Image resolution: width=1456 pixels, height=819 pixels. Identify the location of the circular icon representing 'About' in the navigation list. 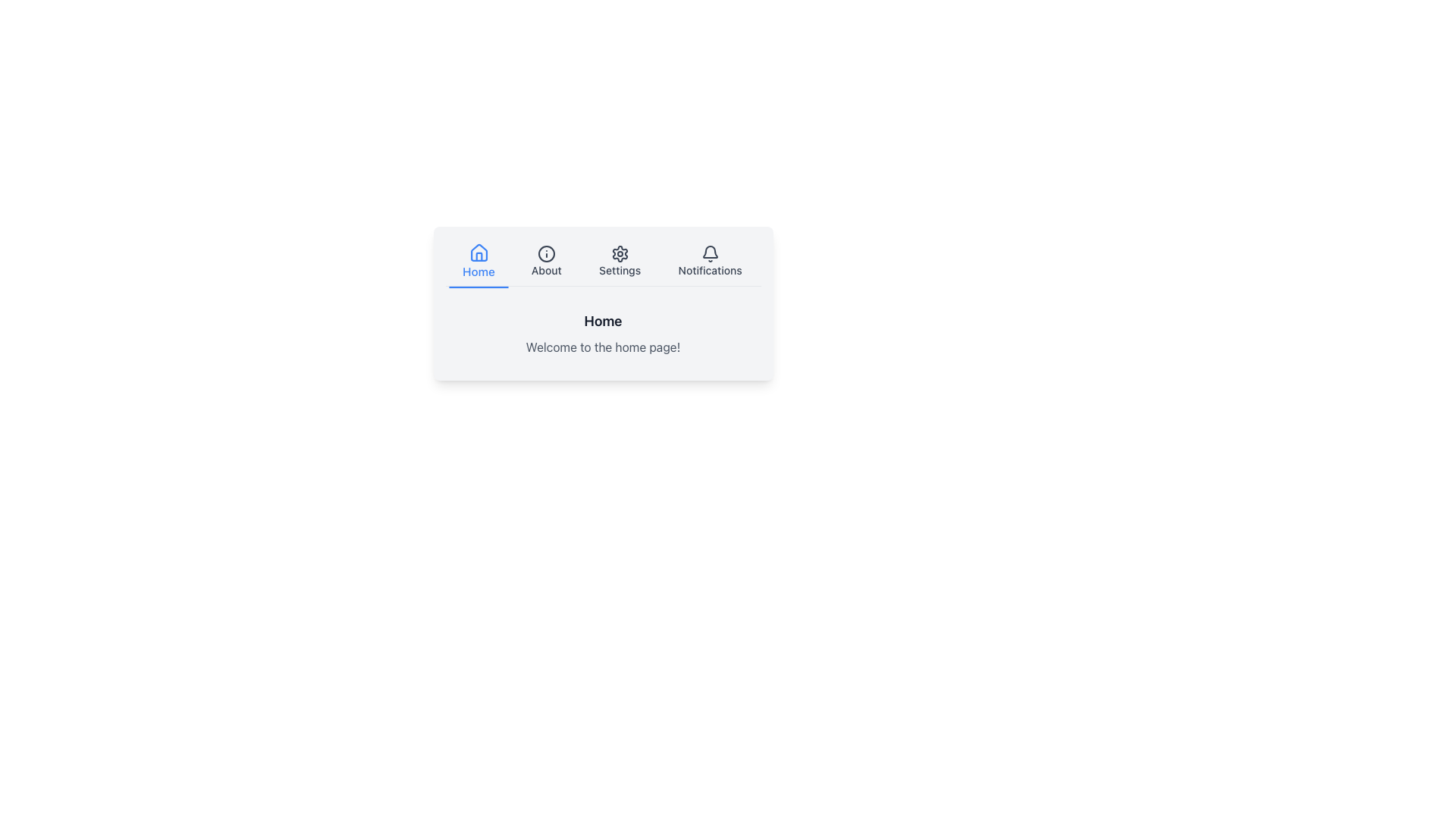
(546, 253).